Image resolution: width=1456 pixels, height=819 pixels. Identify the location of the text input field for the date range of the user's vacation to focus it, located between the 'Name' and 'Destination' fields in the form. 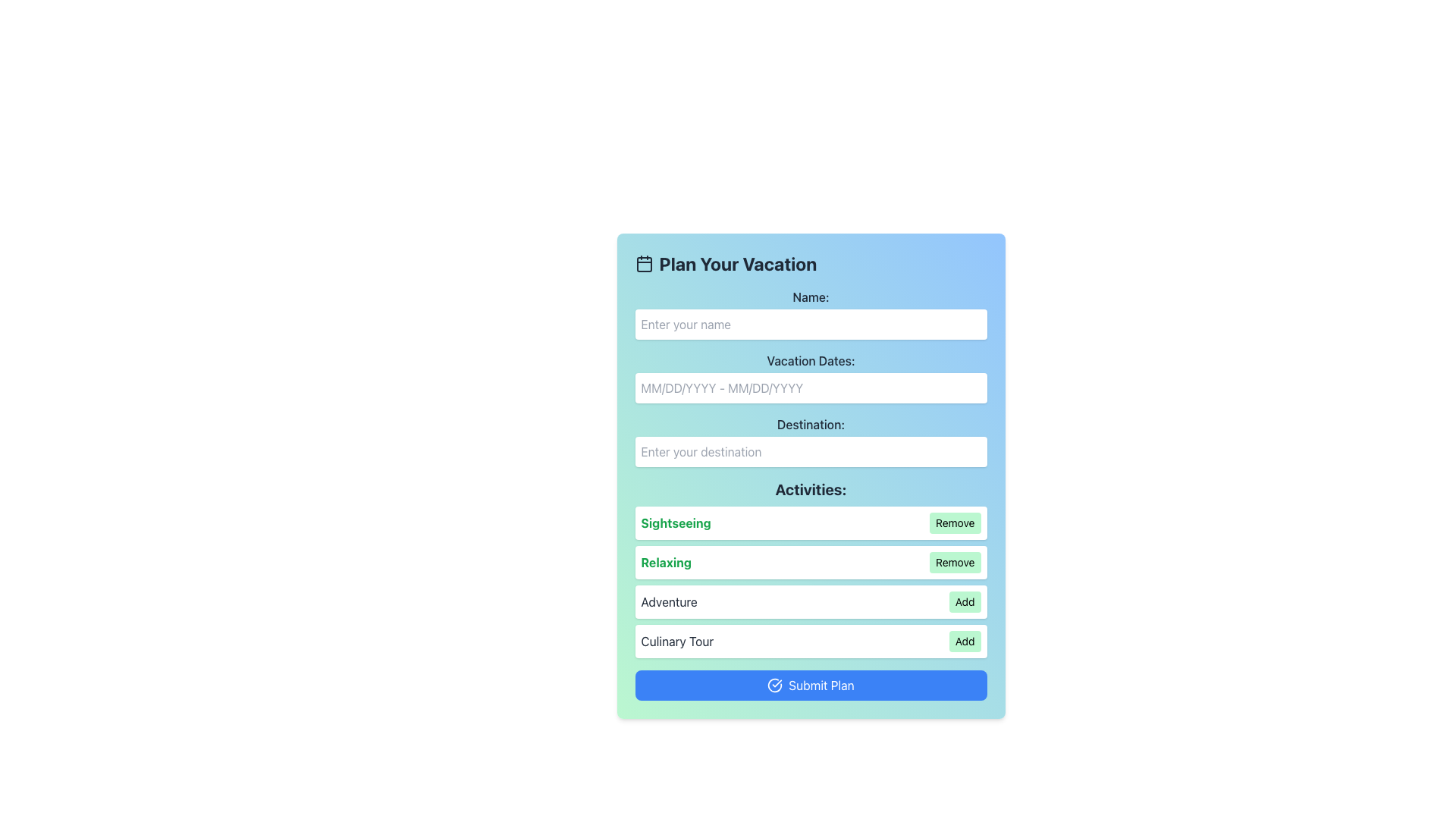
(810, 376).